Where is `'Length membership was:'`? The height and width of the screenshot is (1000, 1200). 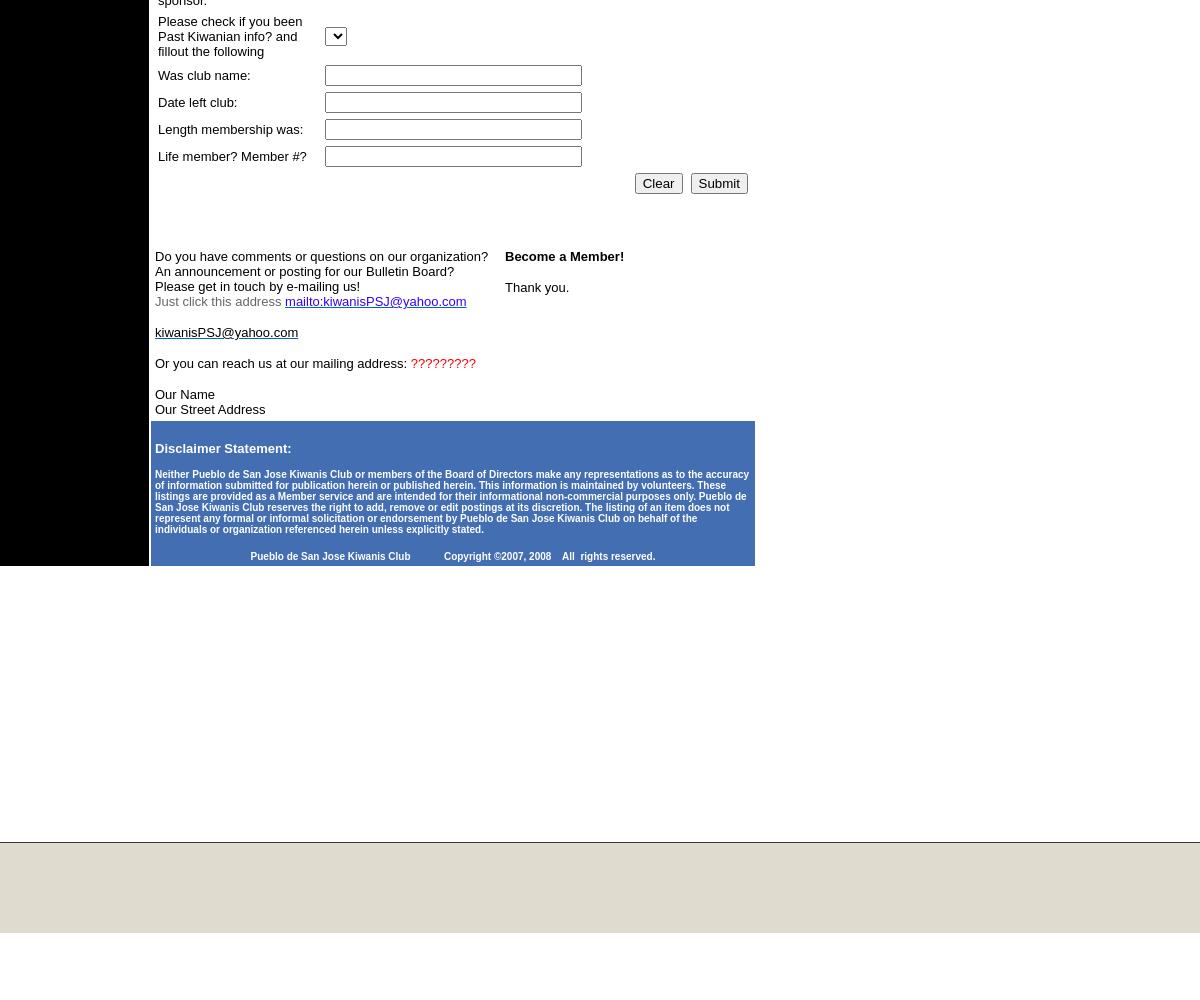 'Length membership was:' is located at coordinates (157, 129).